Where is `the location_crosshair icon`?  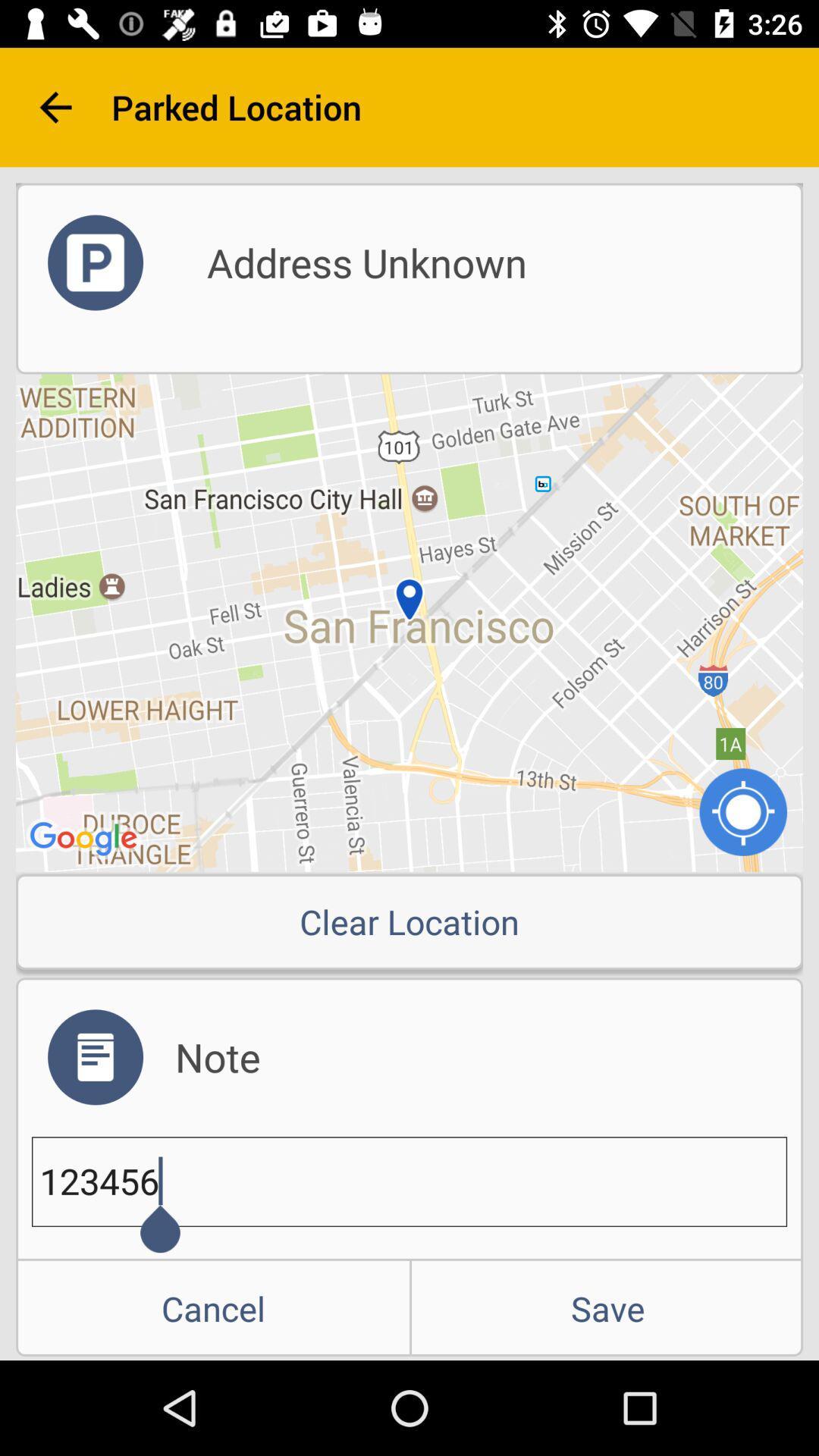
the location_crosshair icon is located at coordinates (742, 811).